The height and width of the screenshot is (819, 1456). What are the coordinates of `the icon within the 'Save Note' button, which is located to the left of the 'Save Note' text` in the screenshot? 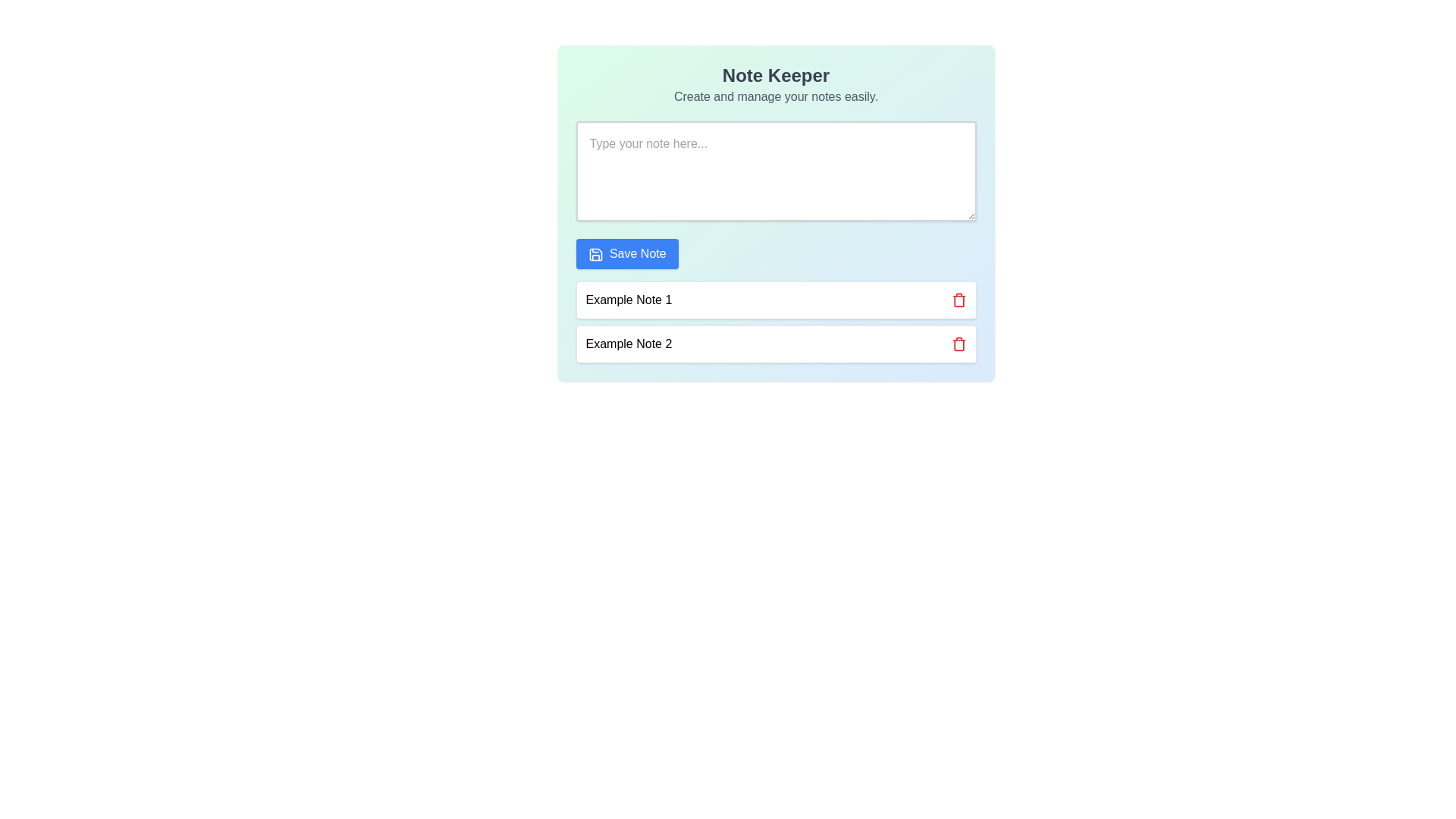 It's located at (595, 253).